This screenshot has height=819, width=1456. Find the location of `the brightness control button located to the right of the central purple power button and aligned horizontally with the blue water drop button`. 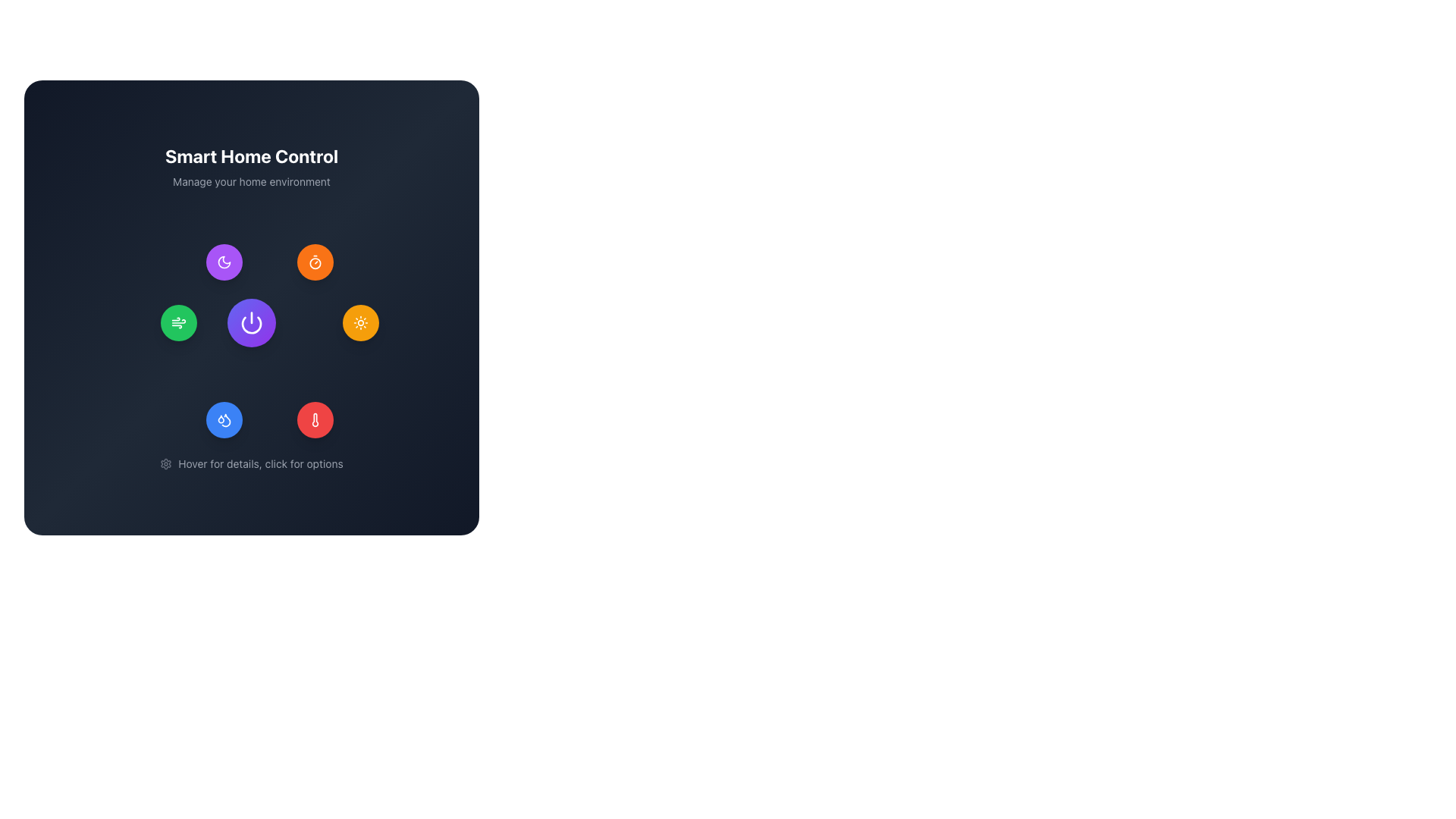

the brightness control button located to the right of the central purple power button and aligned horizontally with the blue water drop button is located at coordinates (359, 322).